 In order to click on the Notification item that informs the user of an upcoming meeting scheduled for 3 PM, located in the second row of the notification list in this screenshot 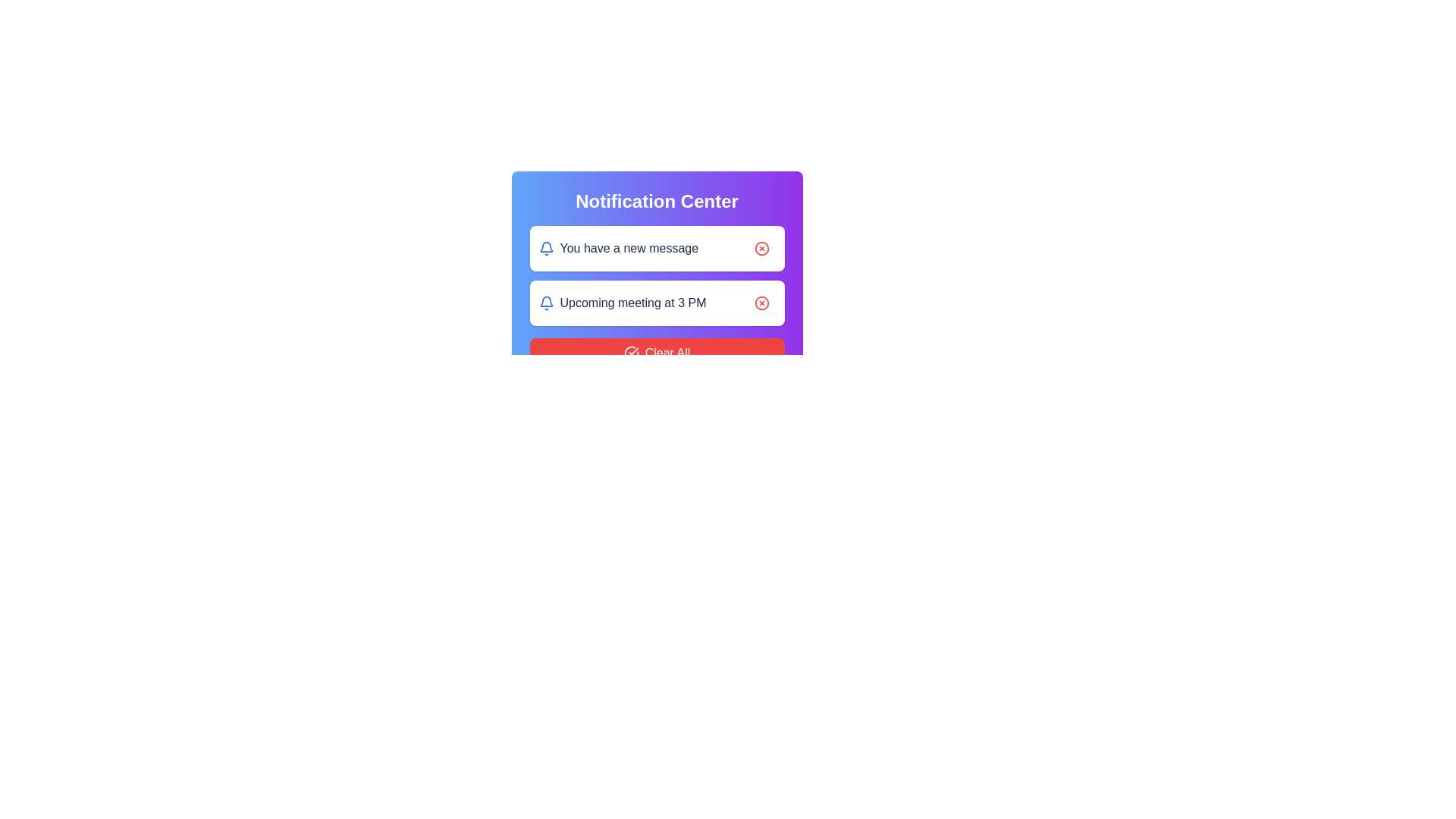, I will do `click(622, 303)`.